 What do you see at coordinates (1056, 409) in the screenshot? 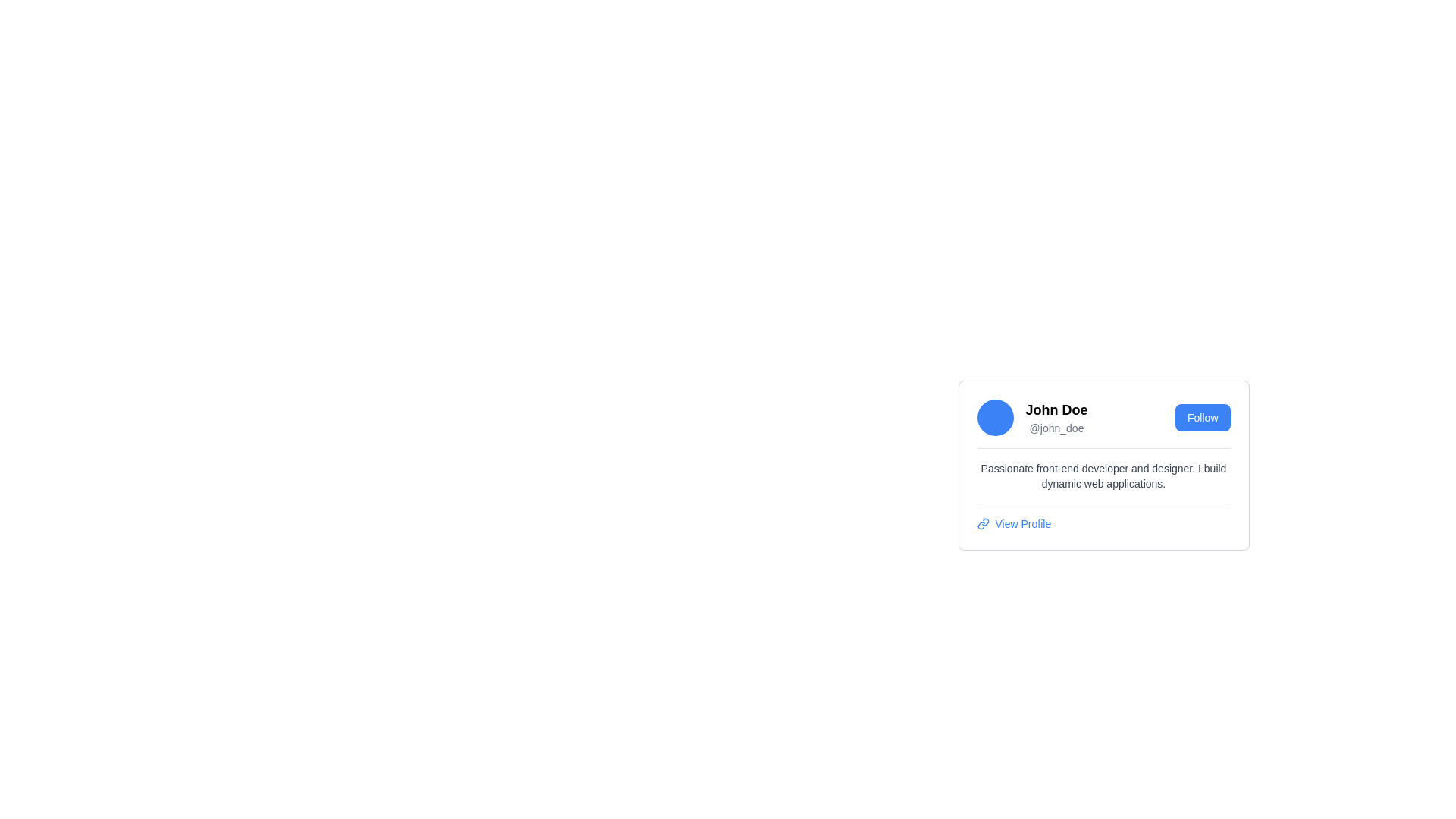
I see `displayed text 'John Doe' which is in bold and large font, located in the top-left corner of the profile card layout` at bounding box center [1056, 409].